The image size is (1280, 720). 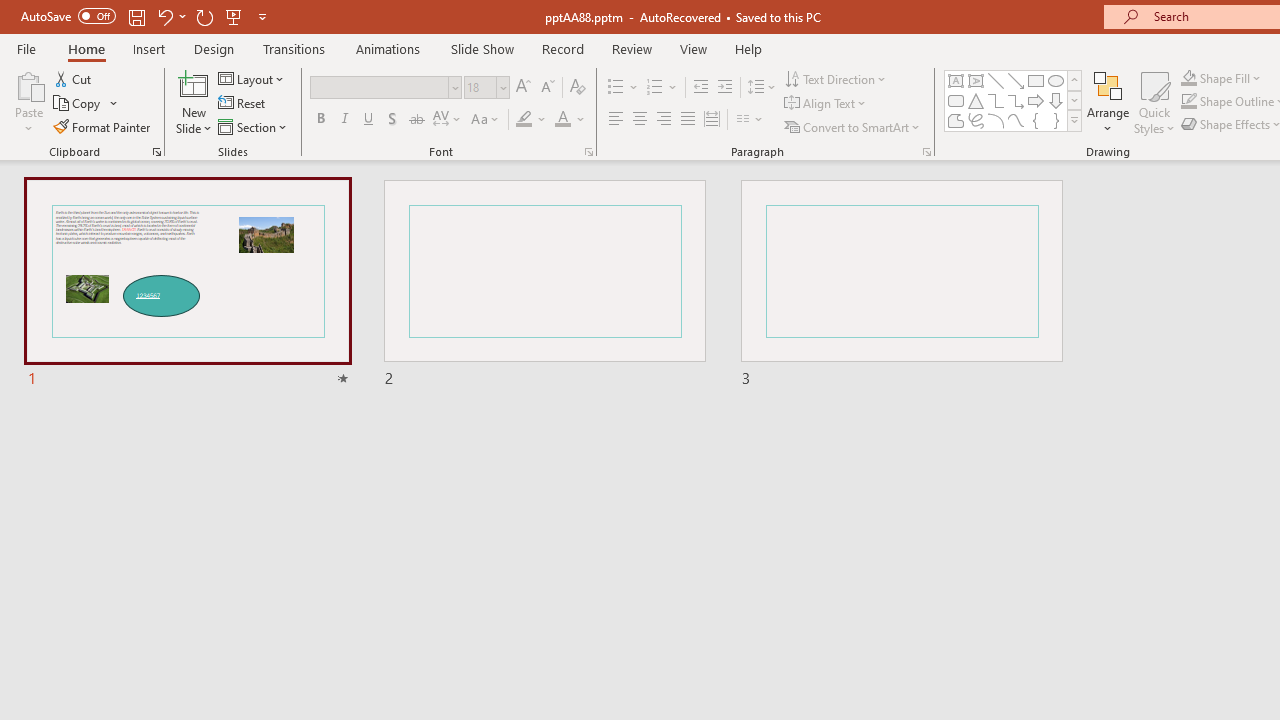 What do you see at coordinates (415, 119) in the screenshot?
I see `'Strikethrough'` at bounding box center [415, 119].